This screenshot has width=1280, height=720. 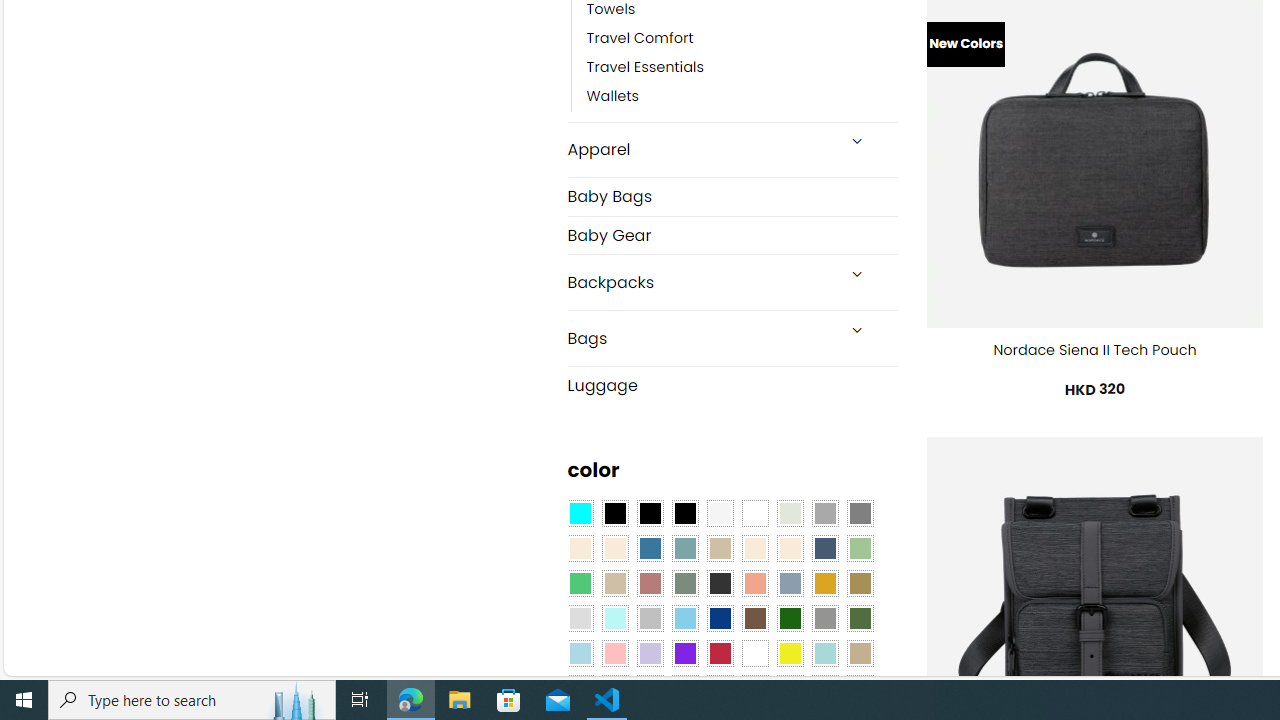 What do you see at coordinates (650, 549) in the screenshot?
I see `'Blue'` at bounding box center [650, 549].